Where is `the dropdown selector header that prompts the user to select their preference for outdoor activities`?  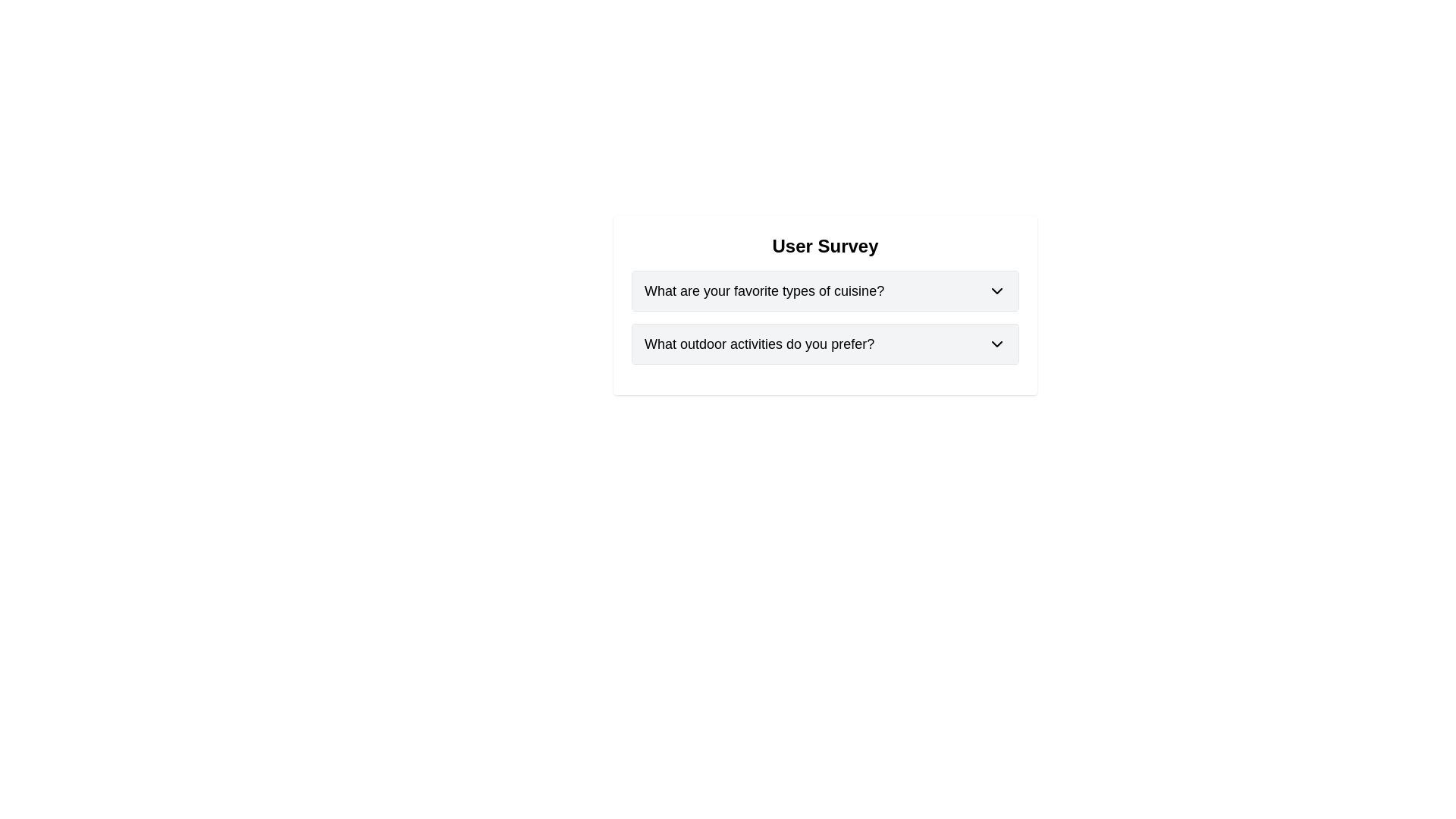
the dropdown selector header that prompts the user to select their preference for outdoor activities is located at coordinates (824, 344).